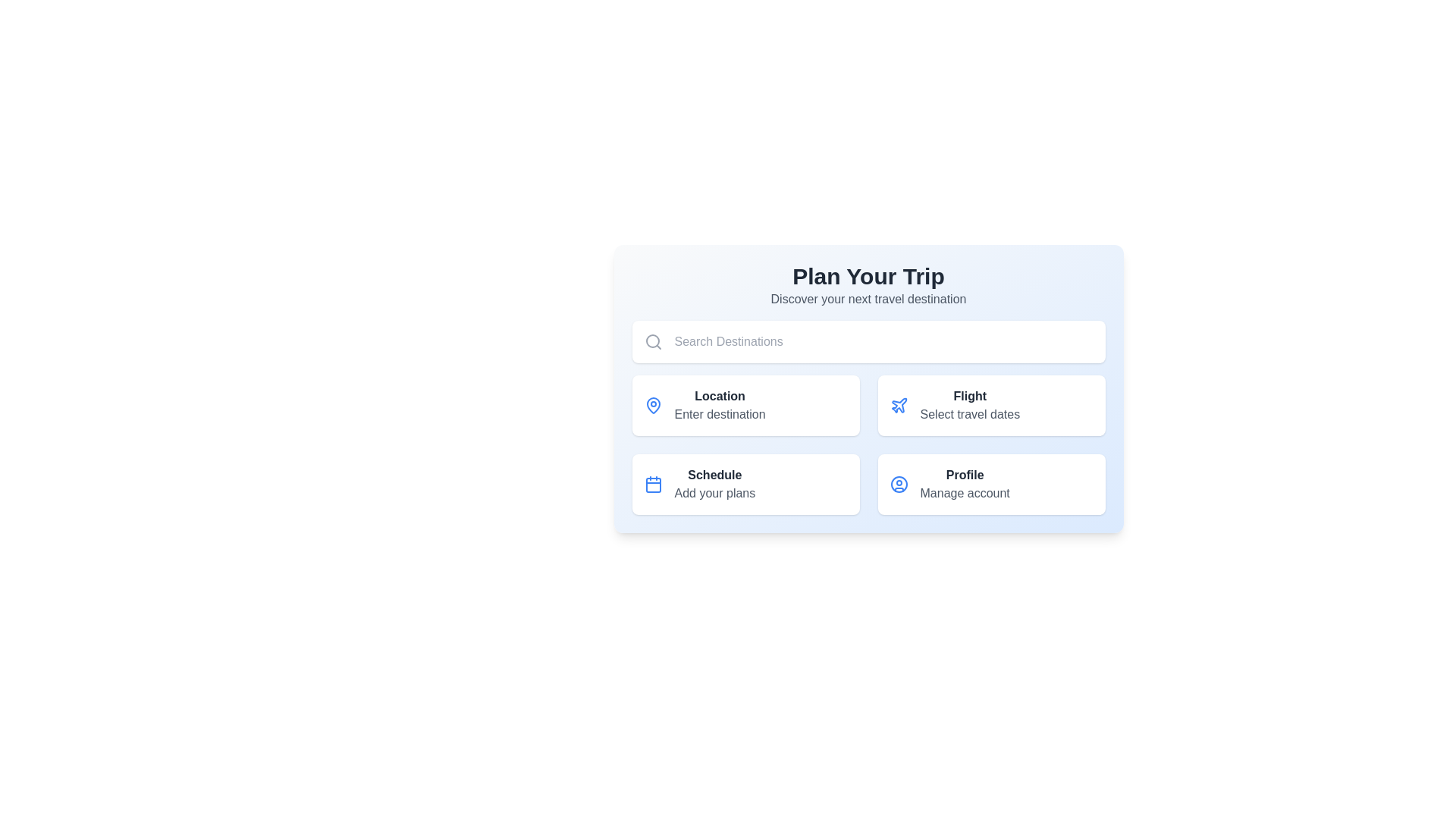 The image size is (1456, 819). Describe the element at coordinates (868, 277) in the screenshot. I see `the title text label that indicates the section for planning a trip, located above the subtitle 'Discover your next travel destination'` at that location.